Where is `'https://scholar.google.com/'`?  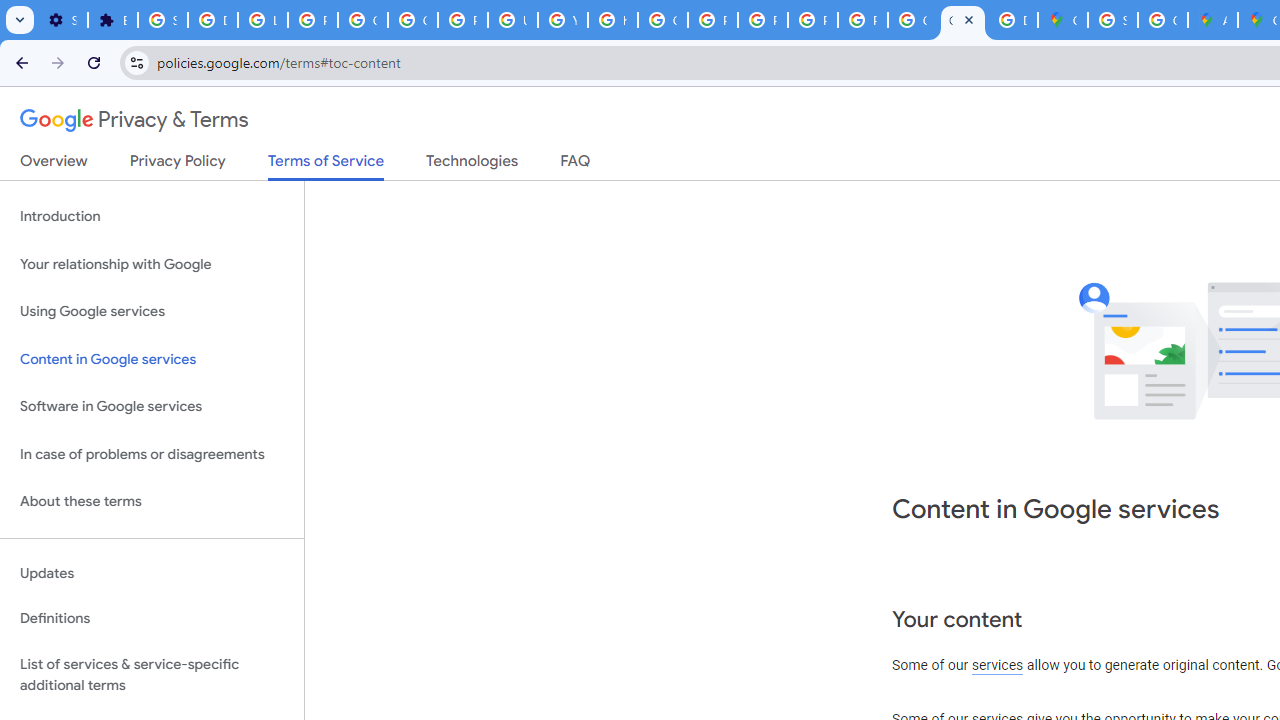 'https://scholar.google.com/' is located at coordinates (611, 20).